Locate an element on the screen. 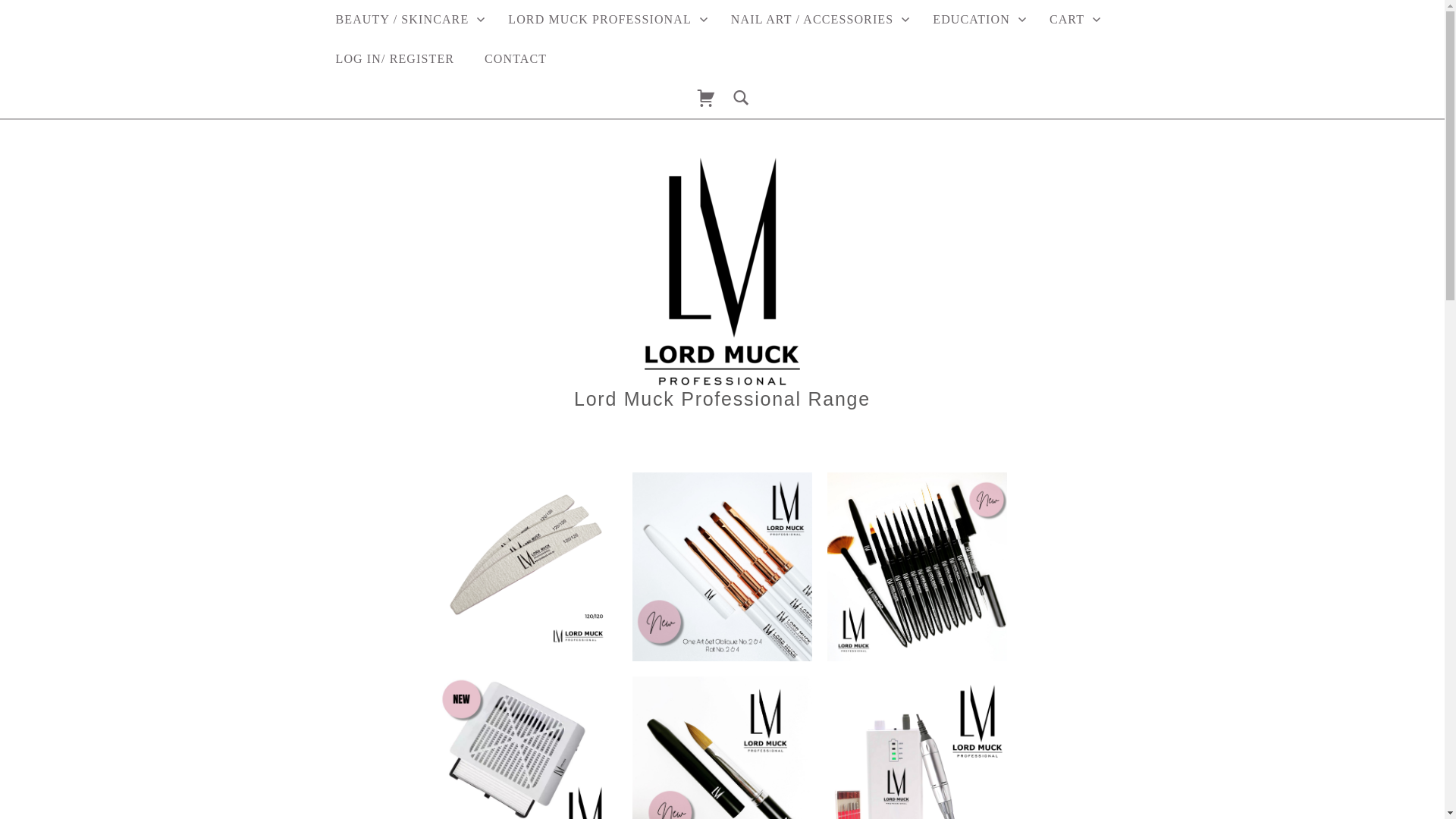 This screenshot has height=819, width=1456. 'LORD MUCK PROFESSIONAL' is located at coordinates (603, 20).